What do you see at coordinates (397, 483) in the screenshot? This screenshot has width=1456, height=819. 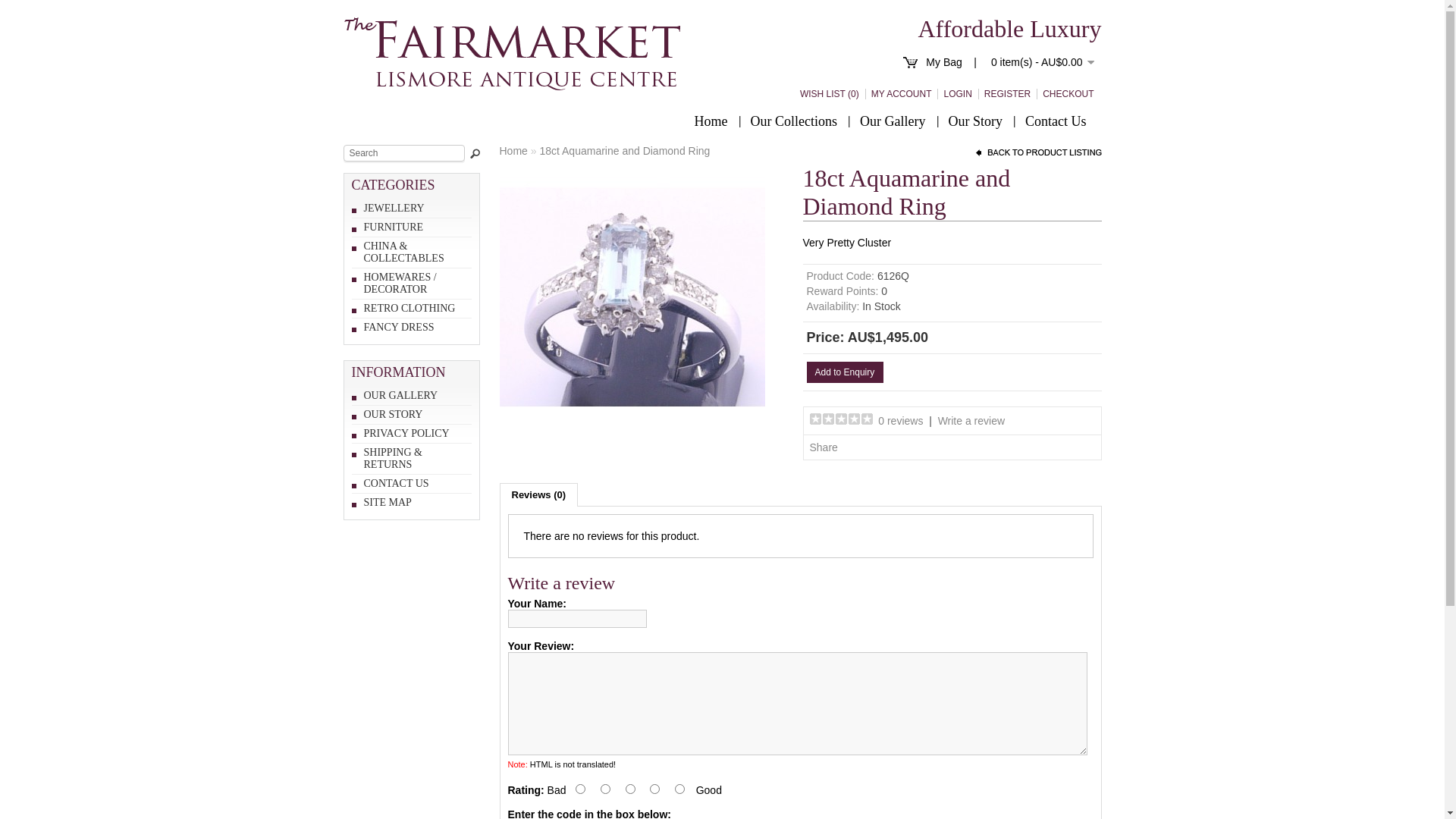 I see `'CONTACT US'` at bounding box center [397, 483].